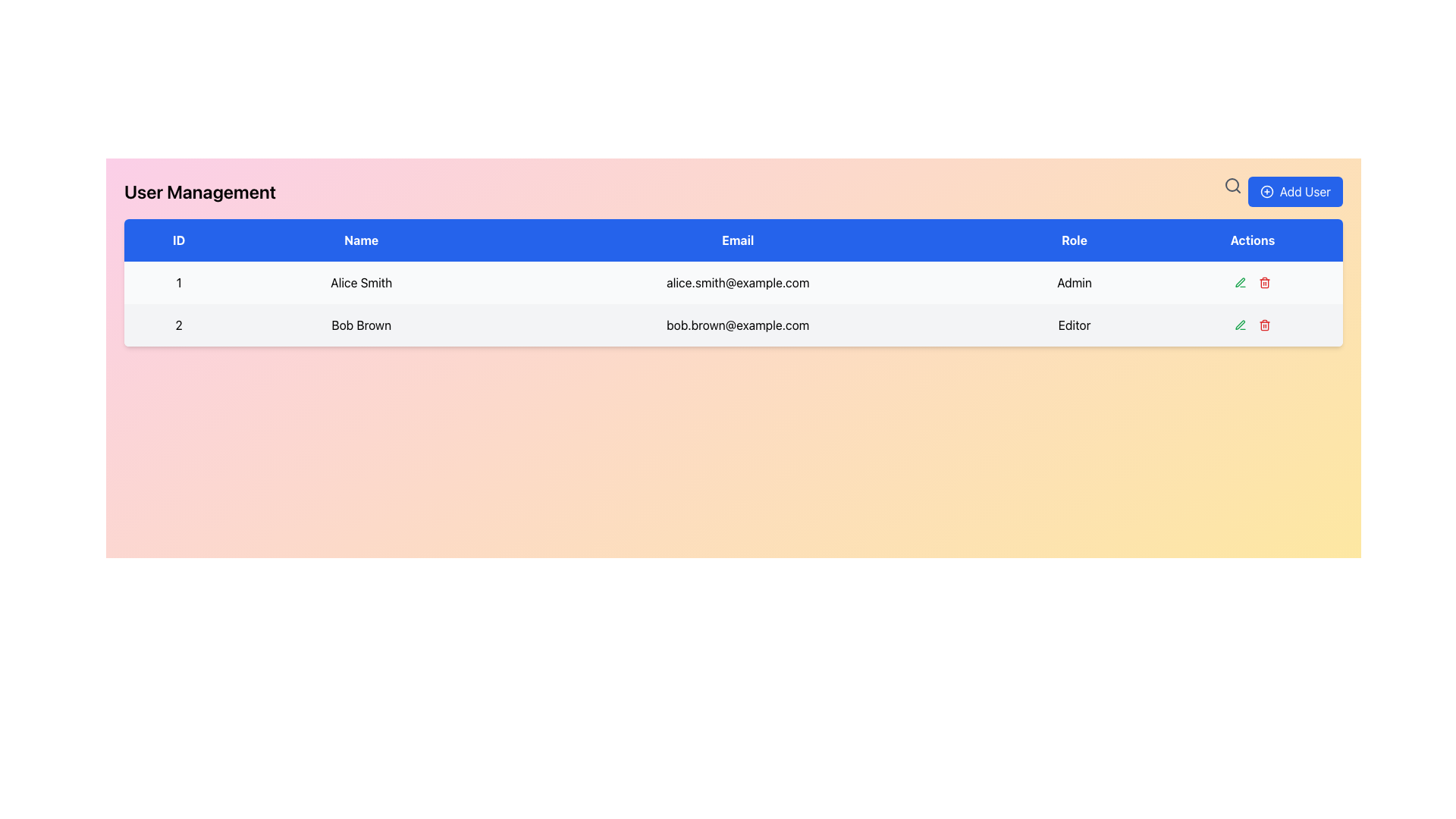  I want to click on the Text label element representing the name of a user in the user management interface, located in the second row under the 'Name' column, positioned between '2' and 'bob.brown@example.com', so click(360, 324).